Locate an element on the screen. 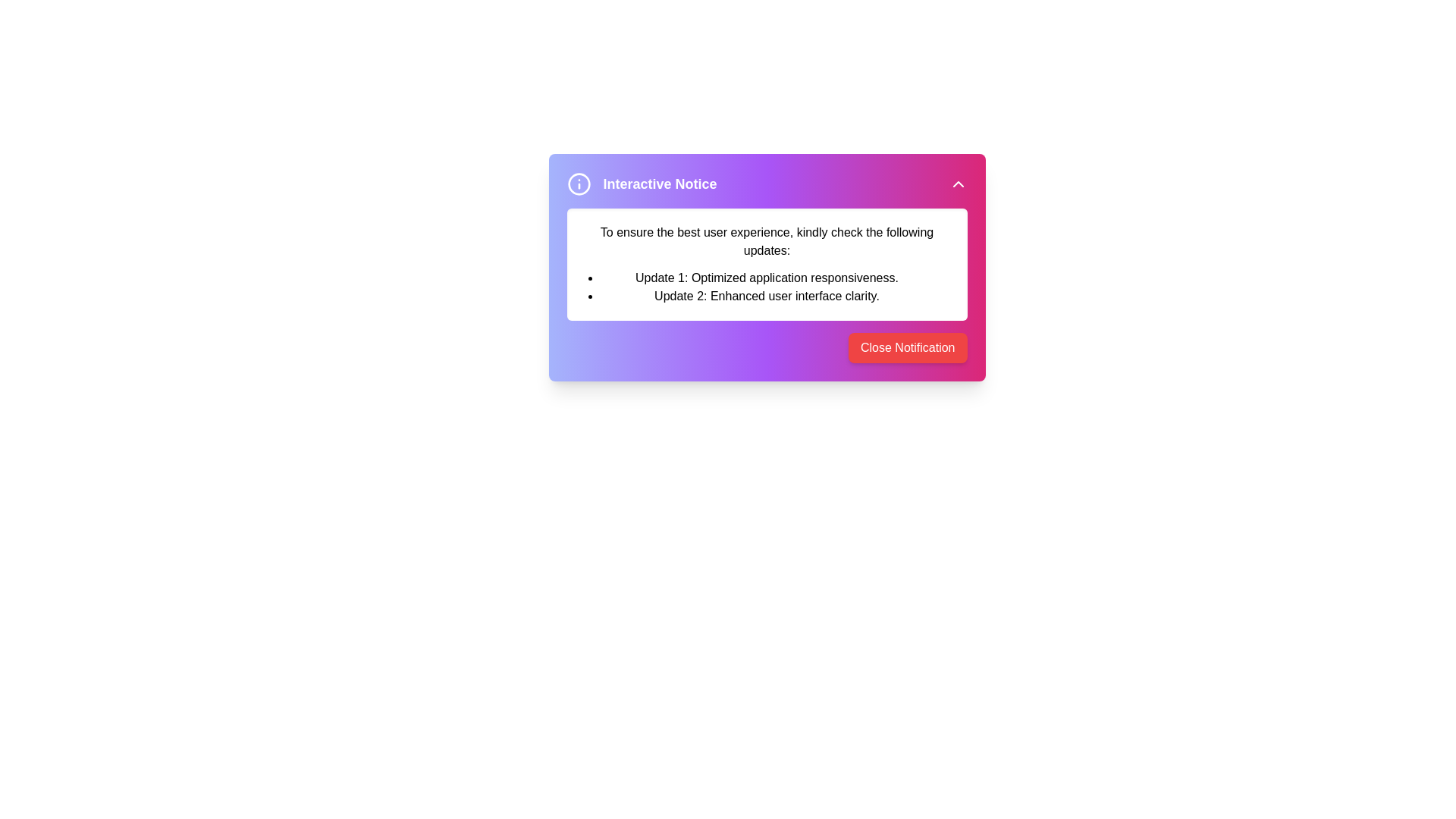 The image size is (1456, 819). the text within the alert details is located at coordinates (767, 263).